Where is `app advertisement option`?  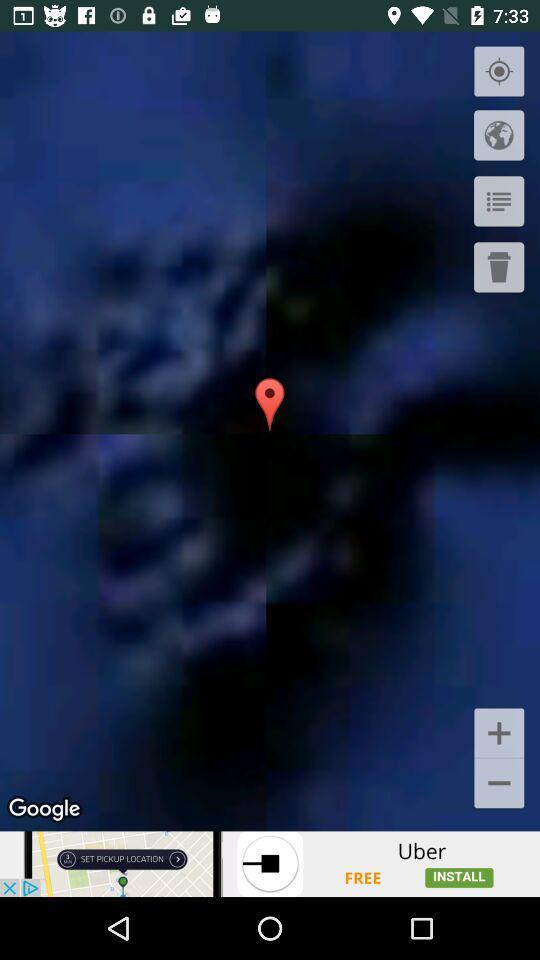
app advertisement option is located at coordinates (270, 863).